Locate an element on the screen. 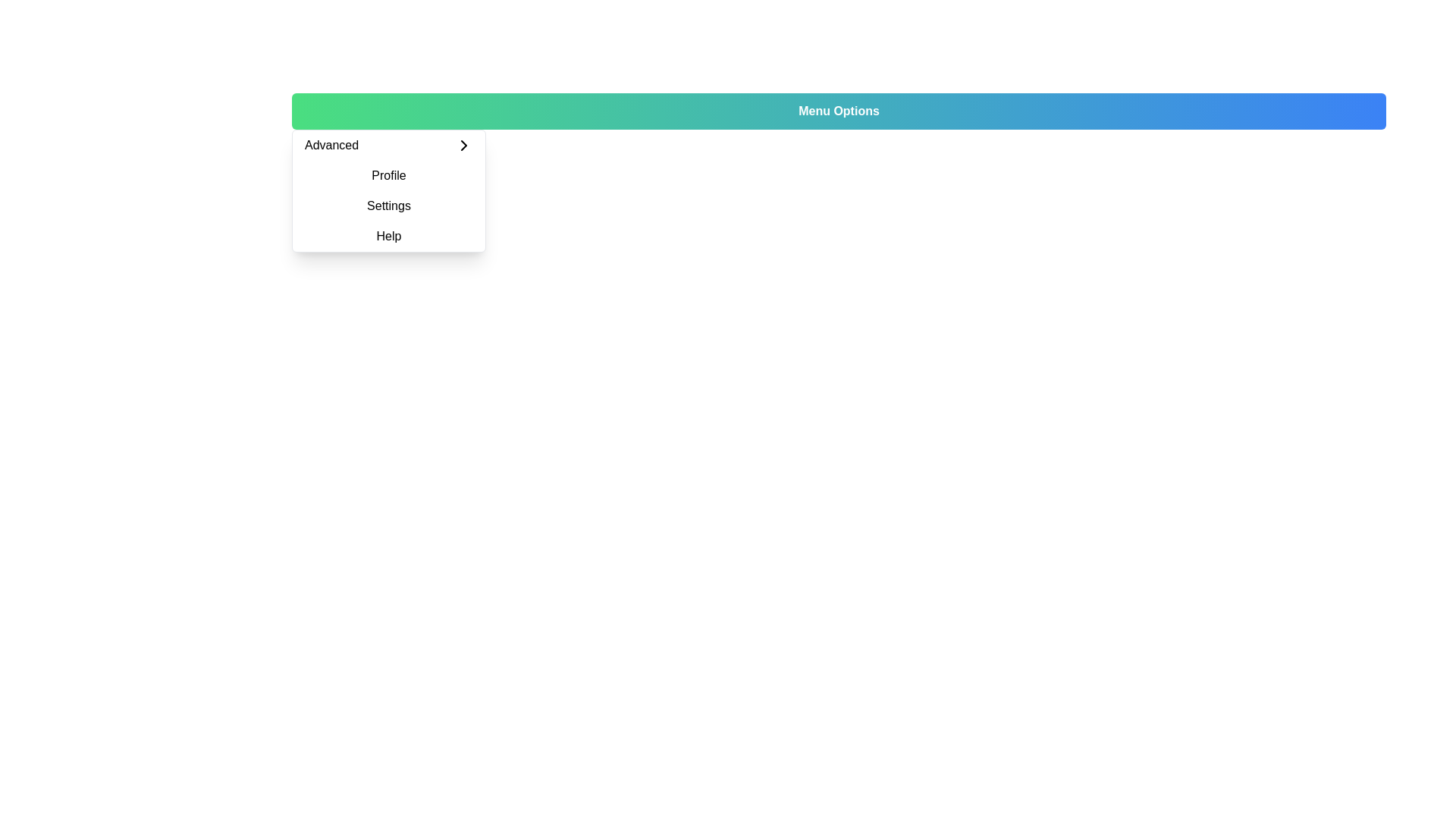 This screenshot has width=1456, height=819. the third option in the dropdown menu, which likely leads to the Settings page or functionality within the application is located at coordinates (389, 206).